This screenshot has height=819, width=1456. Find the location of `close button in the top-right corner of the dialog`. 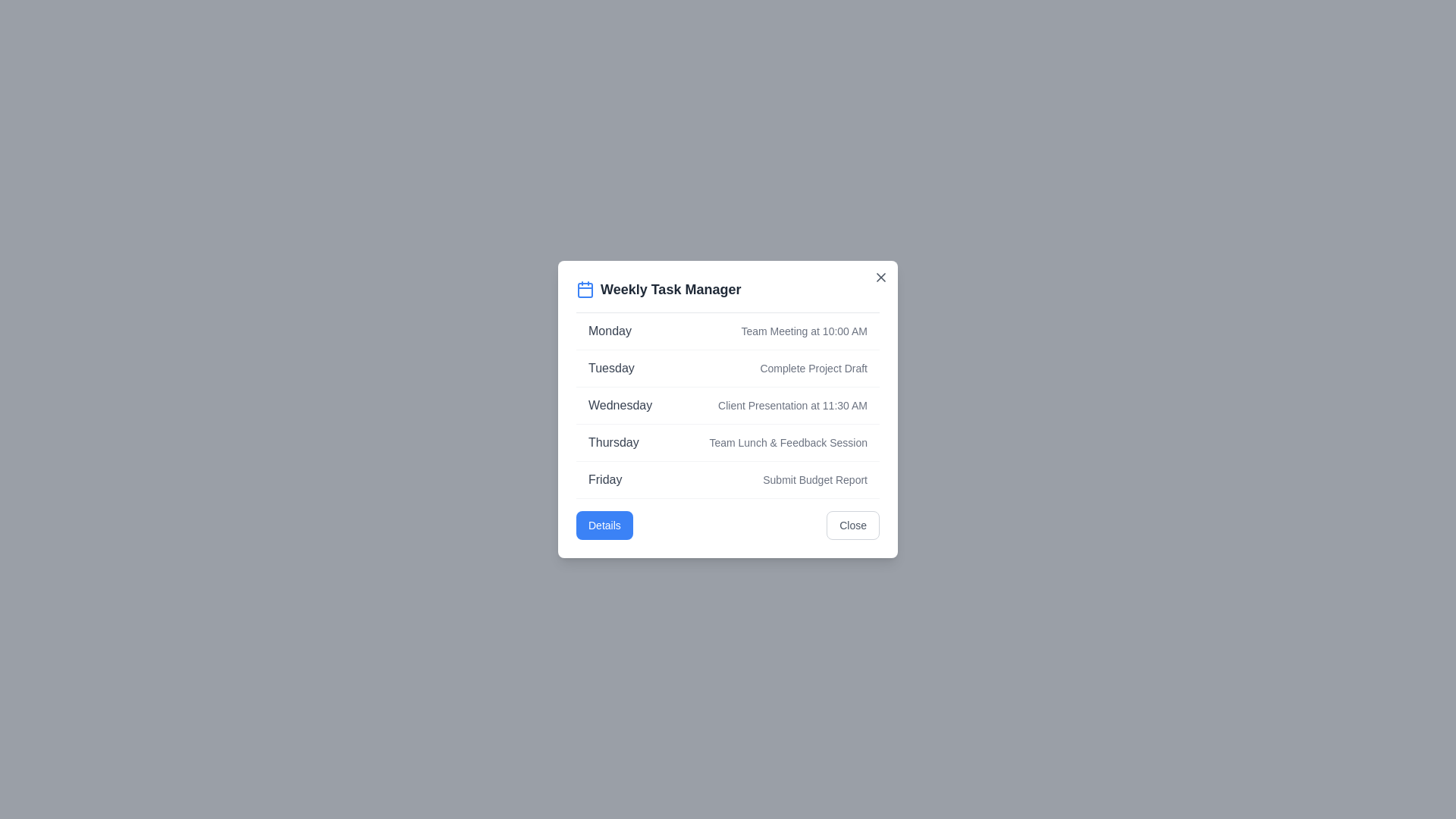

close button in the top-right corner of the dialog is located at coordinates (880, 278).